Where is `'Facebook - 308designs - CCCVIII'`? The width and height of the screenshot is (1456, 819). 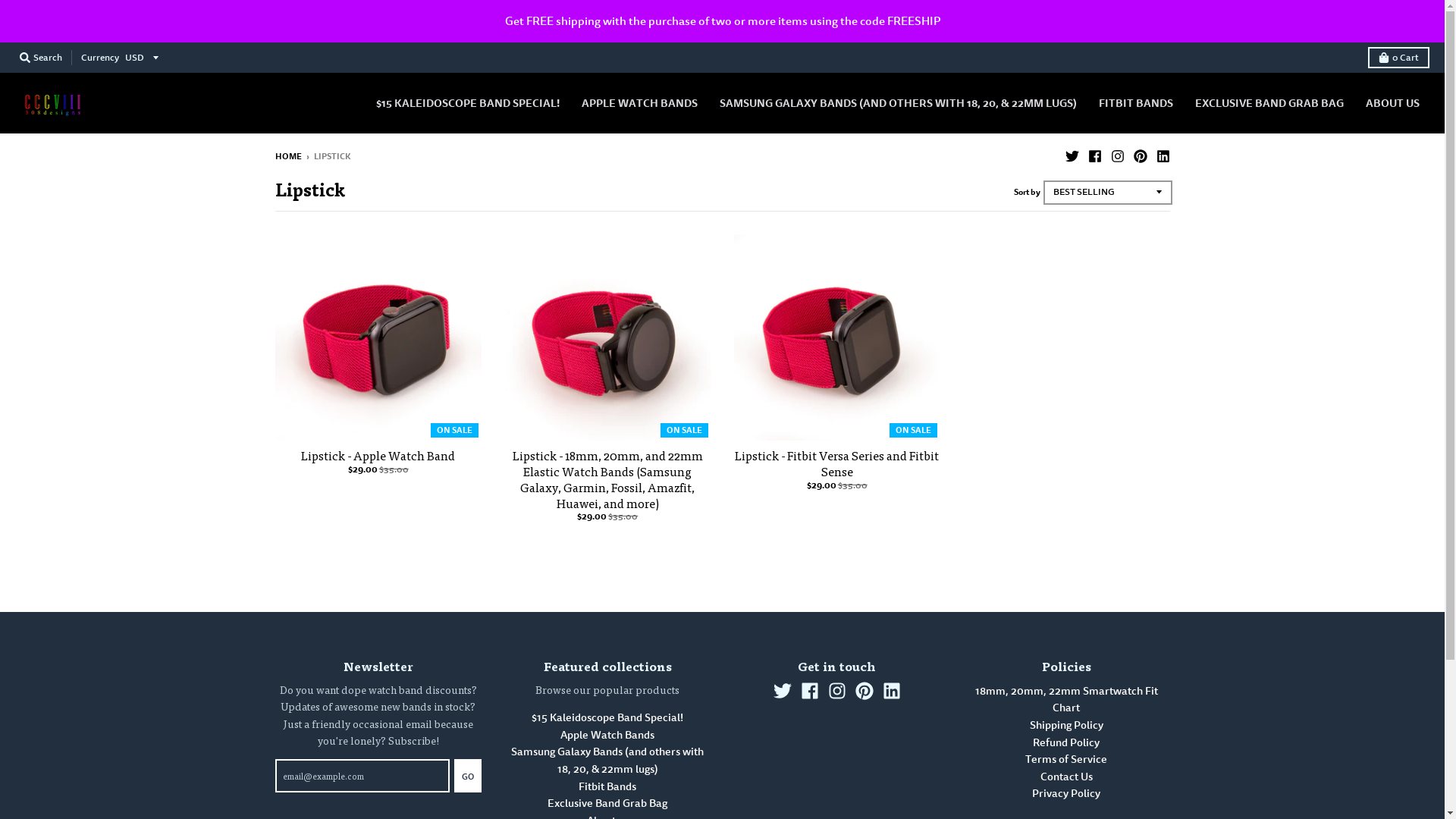 'Facebook - 308designs - CCCVIII' is located at coordinates (809, 690).